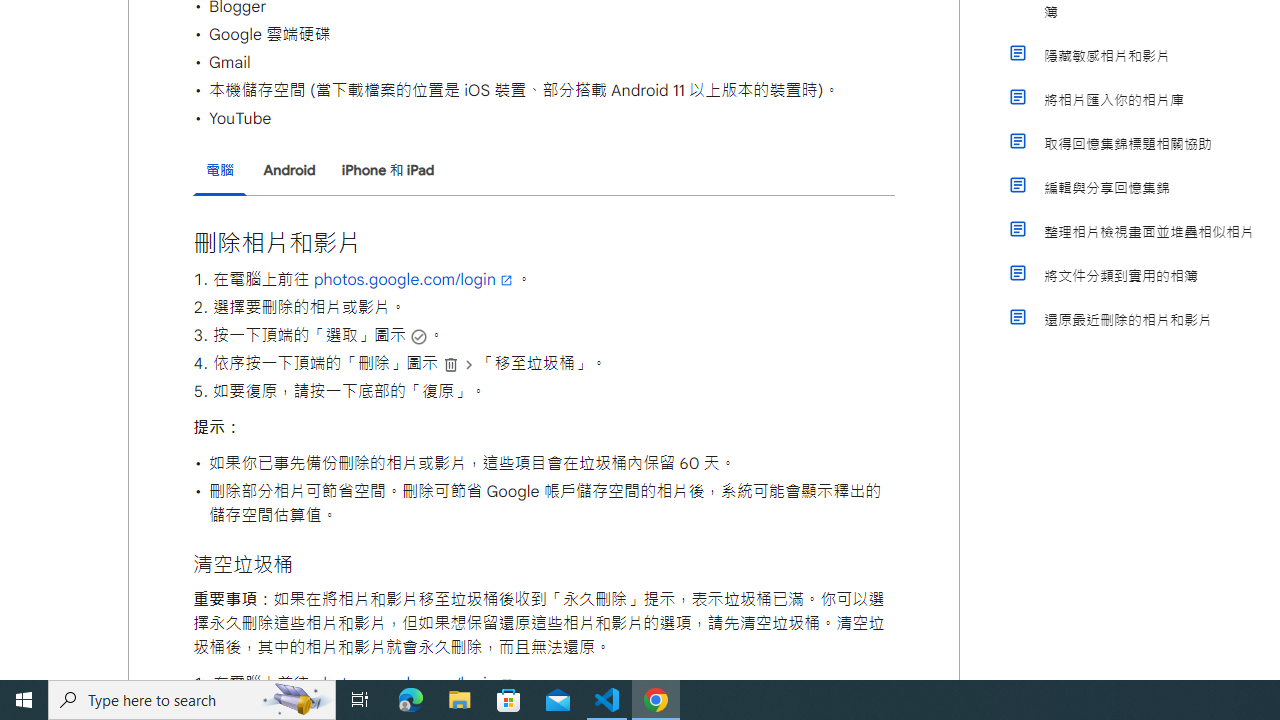 Image resolution: width=1280 pixels, height=720 pixels. What do you see at coordinates (288, 169) in the screenshot?
I see `'Android'` at bounding box center [288, 169].